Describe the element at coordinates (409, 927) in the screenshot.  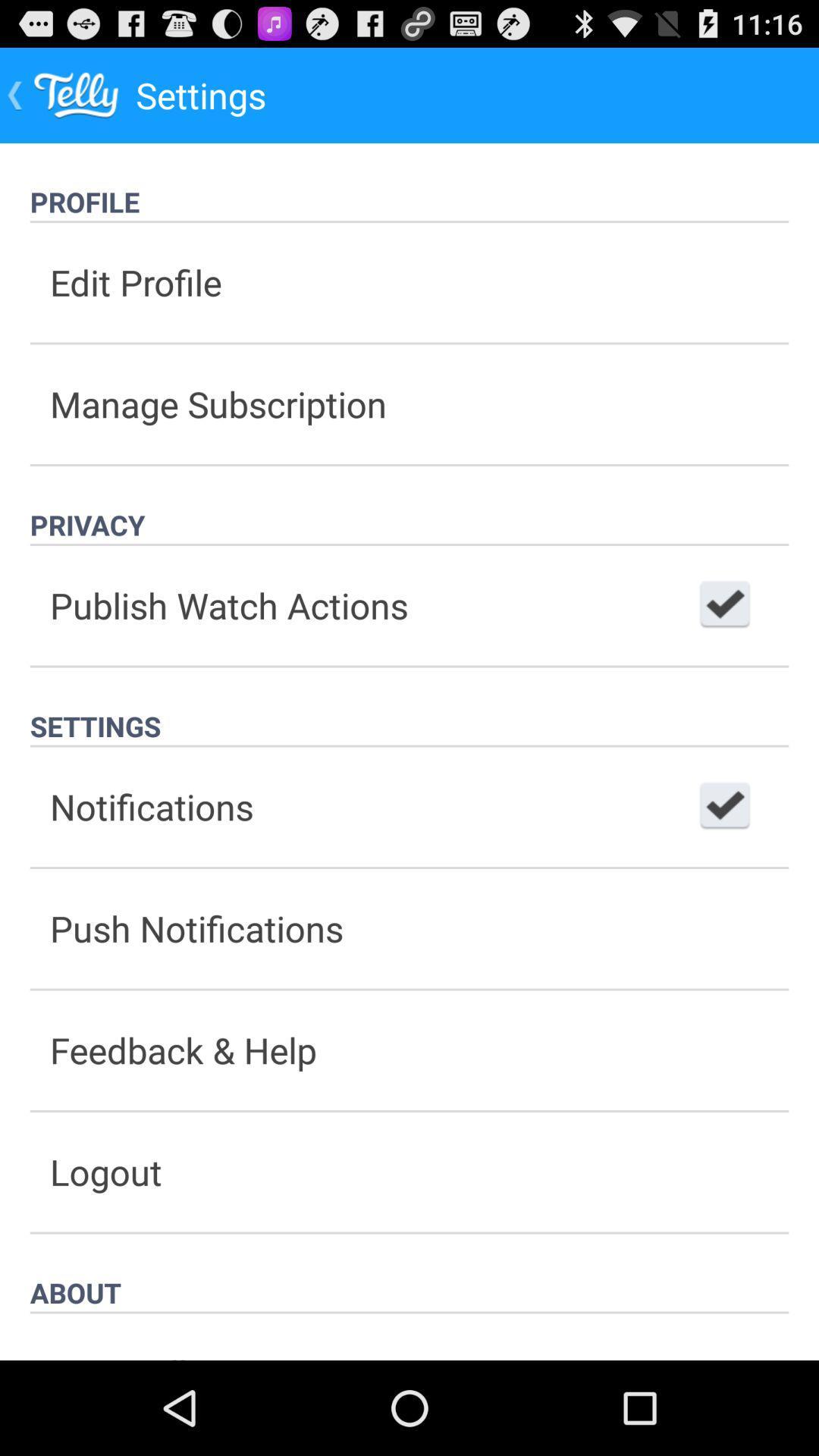
I see `push notifications icon` at that location.